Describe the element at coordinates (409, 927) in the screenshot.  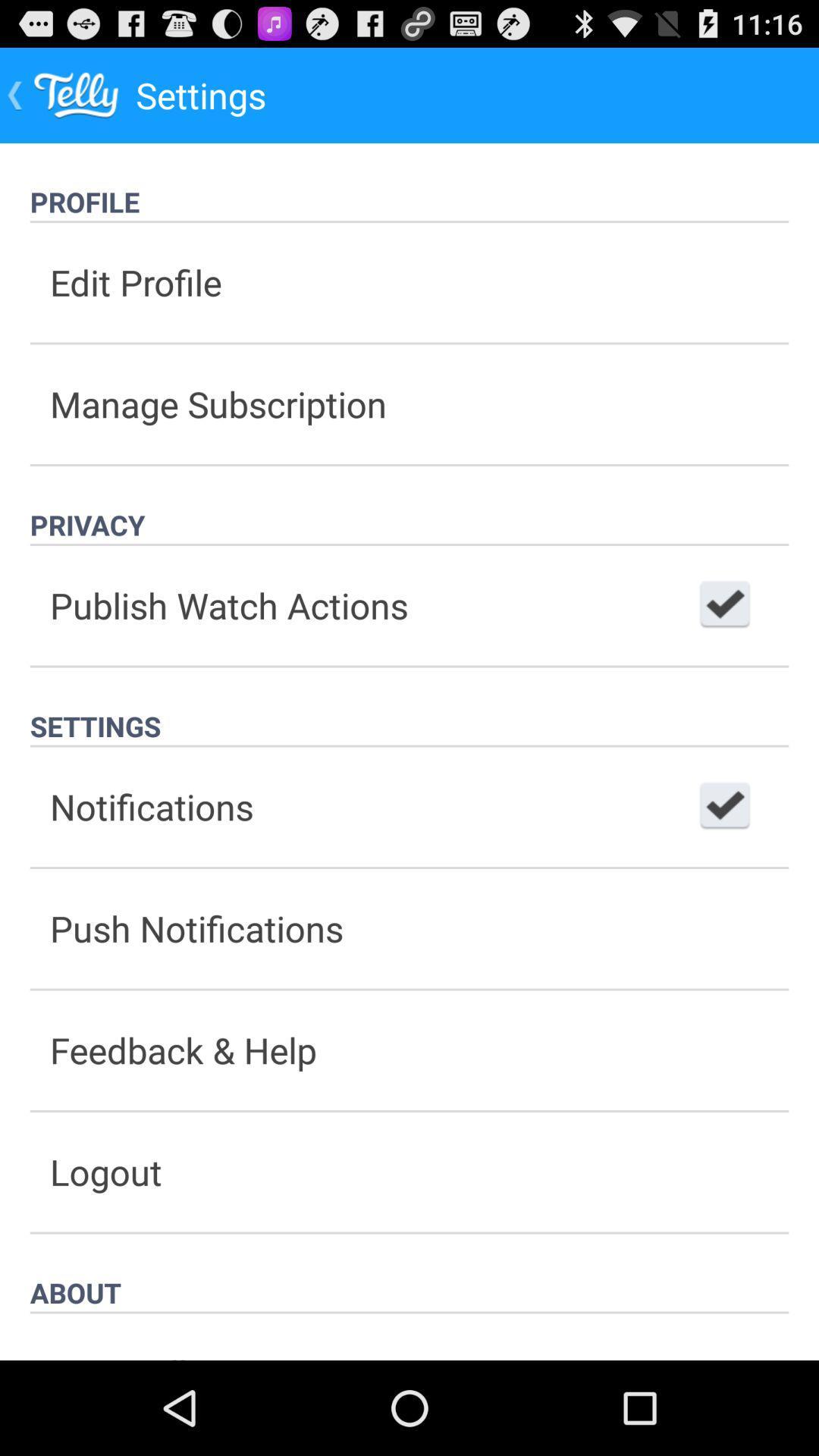
I see `push notifications icon` at that location.